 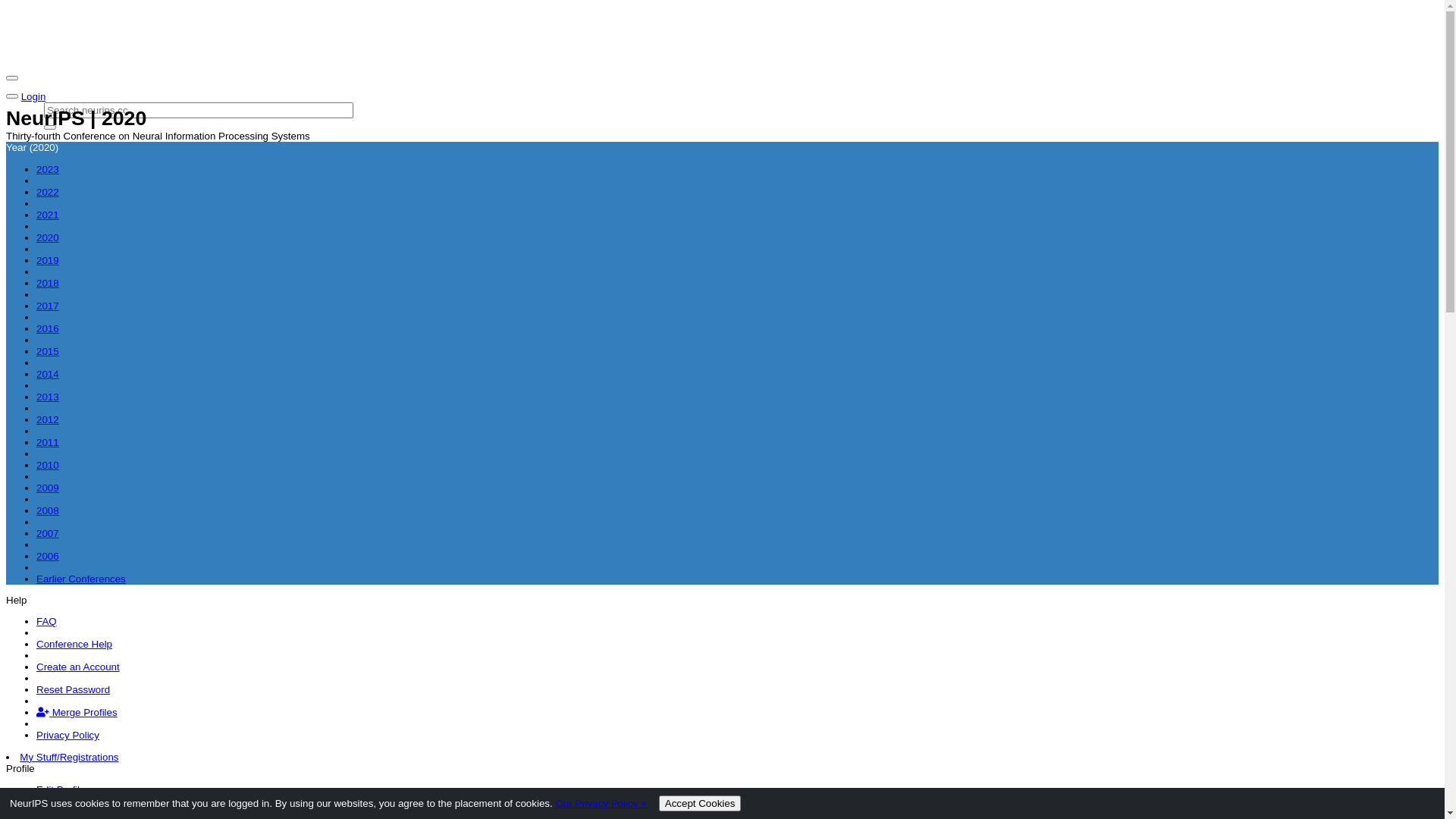 What do you see at coordinates (47, 374) in the screenshot?
I see `'2014'` at bounding box center [47, 374].